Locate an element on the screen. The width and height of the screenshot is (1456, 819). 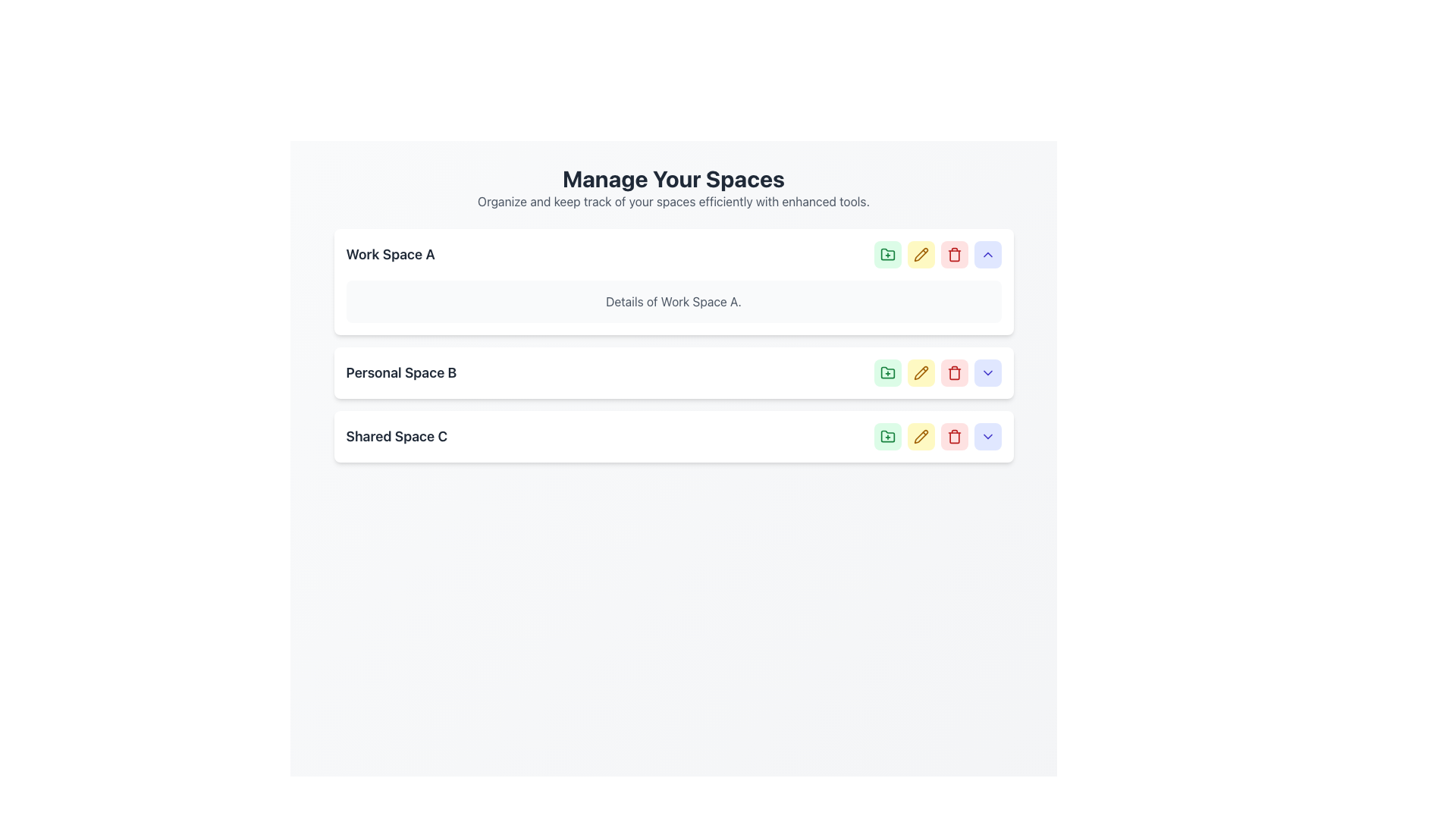
descriptive text content located under the heading 'Work Space A' in the first card of the vertical list of workspace cards is located at coordinates (673, 301).